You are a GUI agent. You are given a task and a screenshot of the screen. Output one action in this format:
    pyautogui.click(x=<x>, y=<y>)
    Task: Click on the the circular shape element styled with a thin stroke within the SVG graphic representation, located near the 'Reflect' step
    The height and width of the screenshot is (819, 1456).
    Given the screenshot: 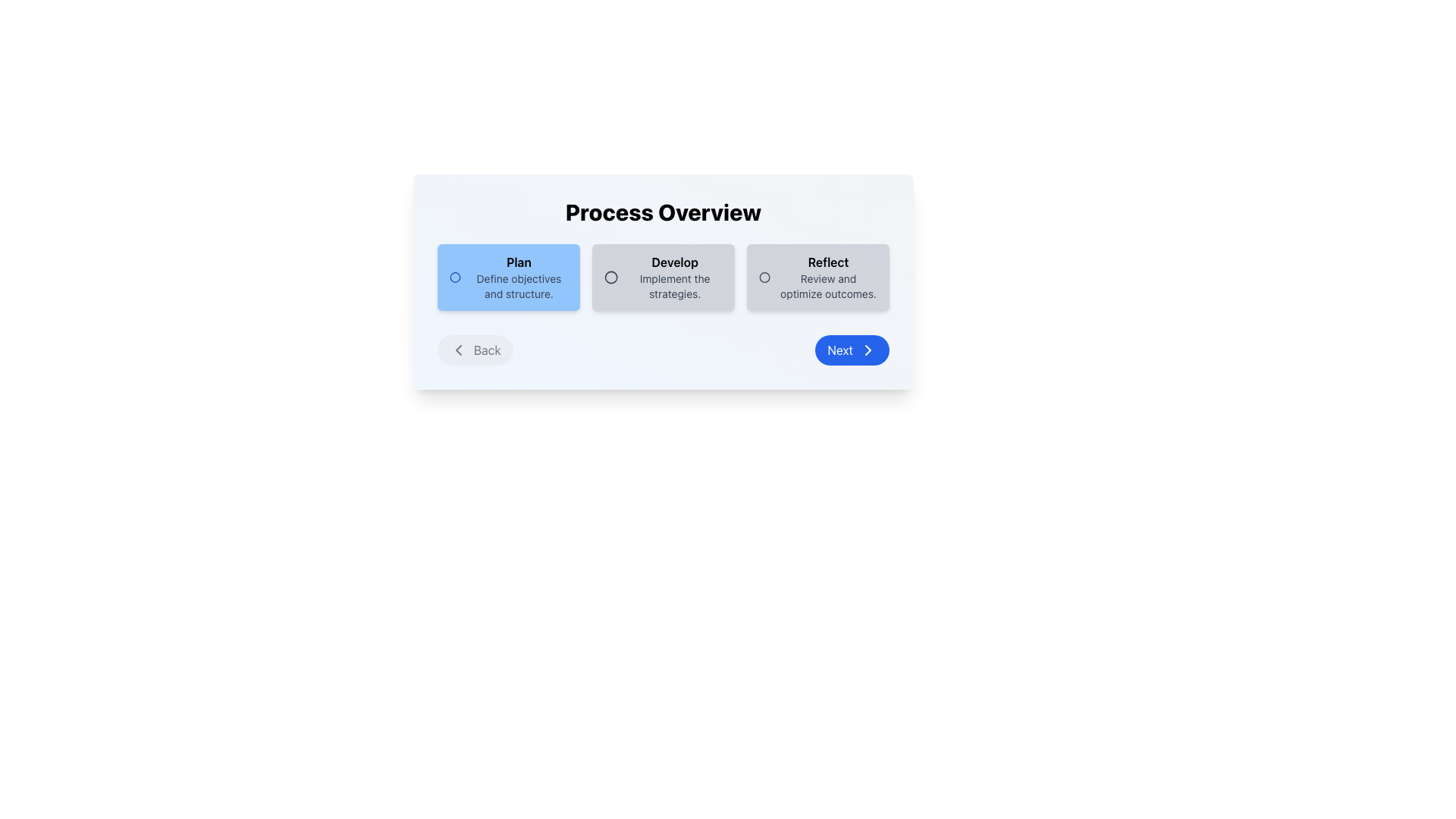 What is the action you would take?
    pyautogui.click(x=764, y=278)
    